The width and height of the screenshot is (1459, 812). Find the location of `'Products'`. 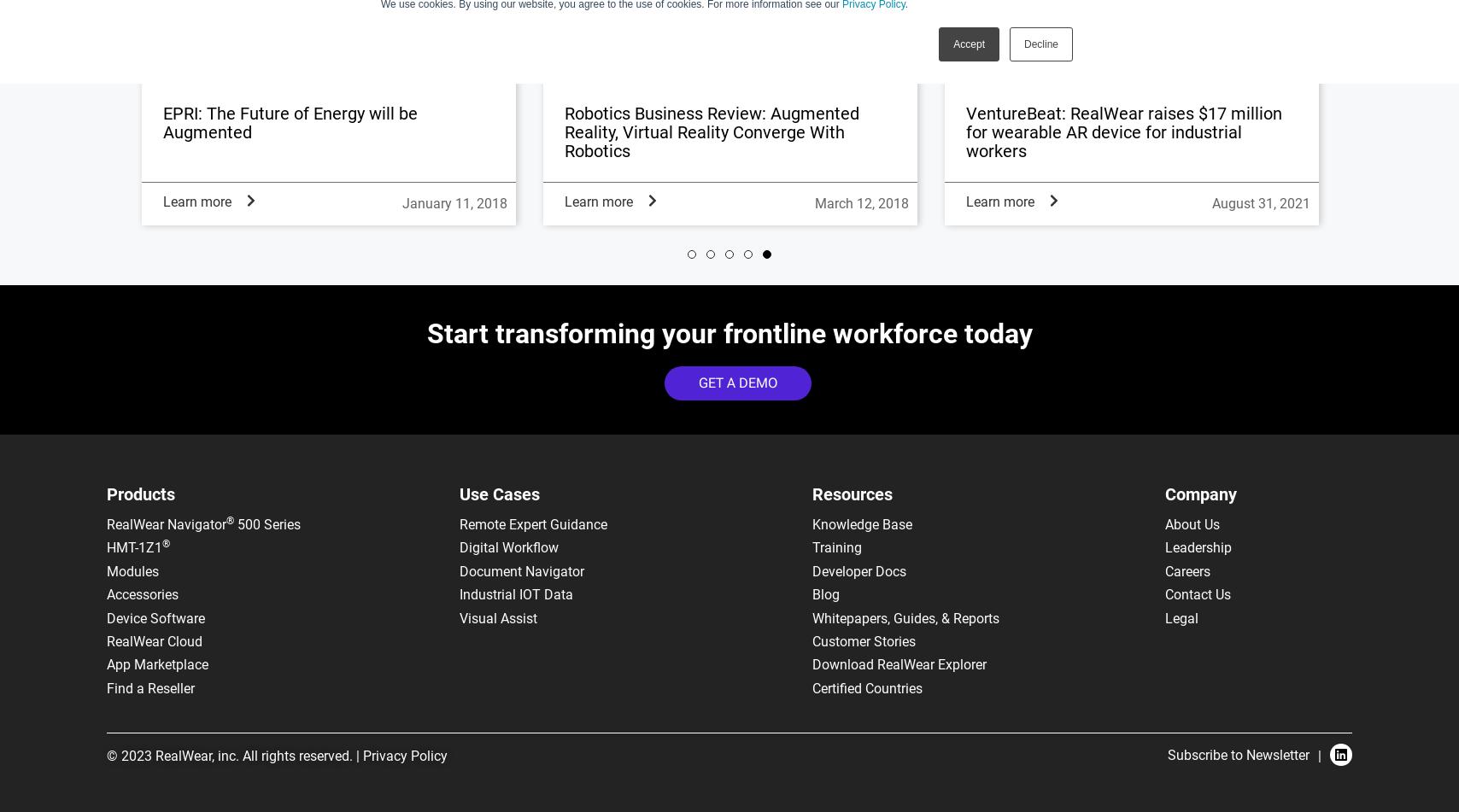

'Products' is located at coordinates (140, 493).